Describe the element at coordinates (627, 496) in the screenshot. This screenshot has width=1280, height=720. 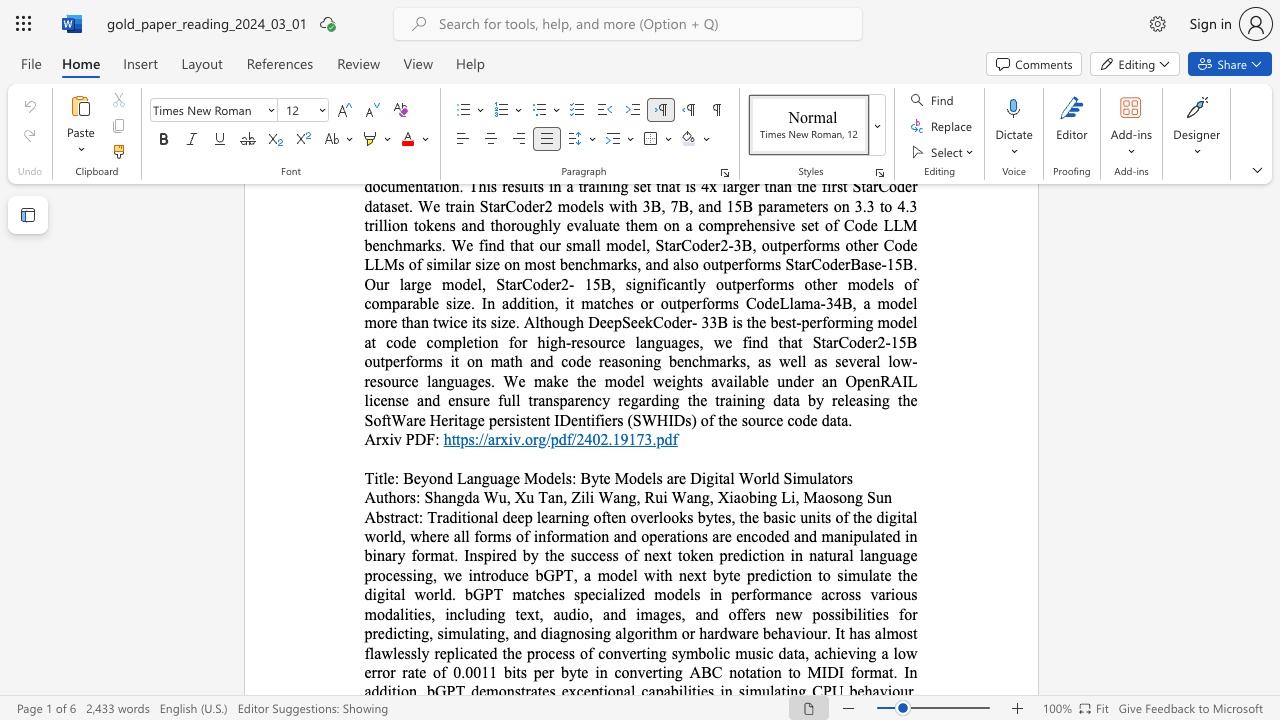
I see `the subset text "g," within the text "Zili Wang,"` at that location.